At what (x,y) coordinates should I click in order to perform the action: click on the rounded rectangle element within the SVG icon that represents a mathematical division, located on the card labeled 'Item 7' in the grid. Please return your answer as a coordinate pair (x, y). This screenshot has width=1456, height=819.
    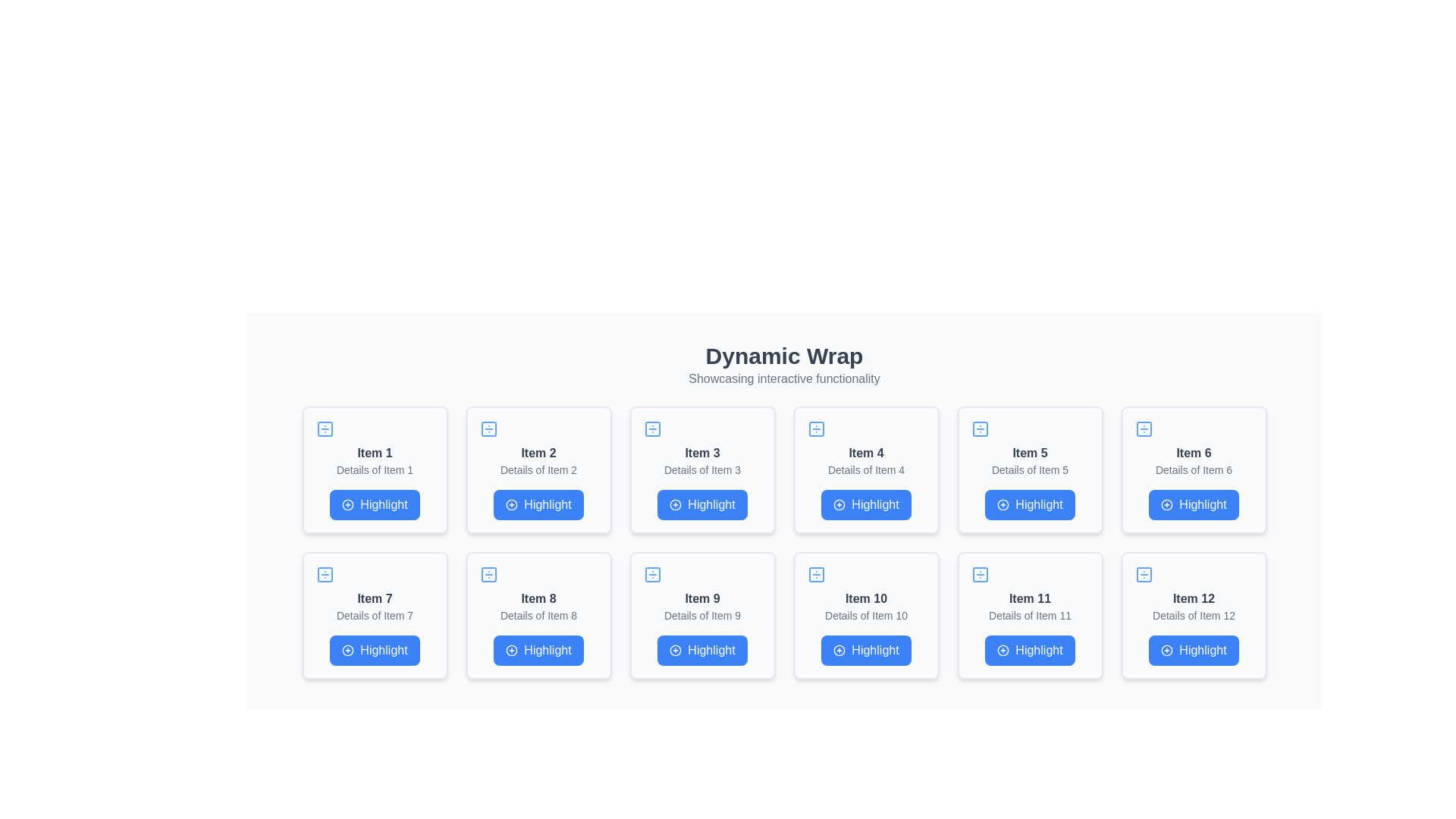
    Looking at the image, I should click on (324, 575).